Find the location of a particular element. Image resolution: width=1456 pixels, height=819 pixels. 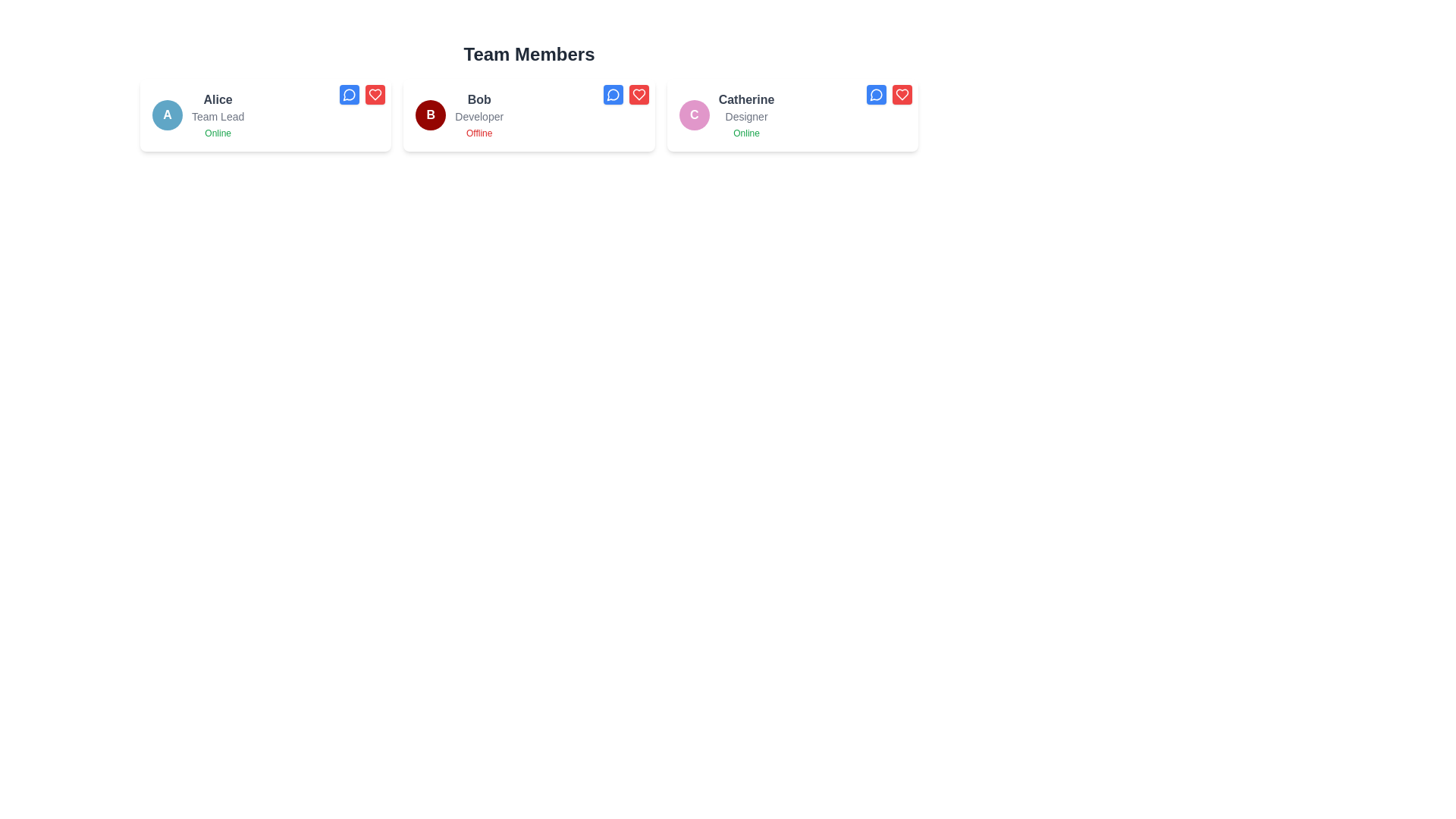

the circular profile icon with a bold white letter 'B' on a dark red background, located on the left side of Bob's card in the 'Team Members' row is located at coordinates (430, 114).